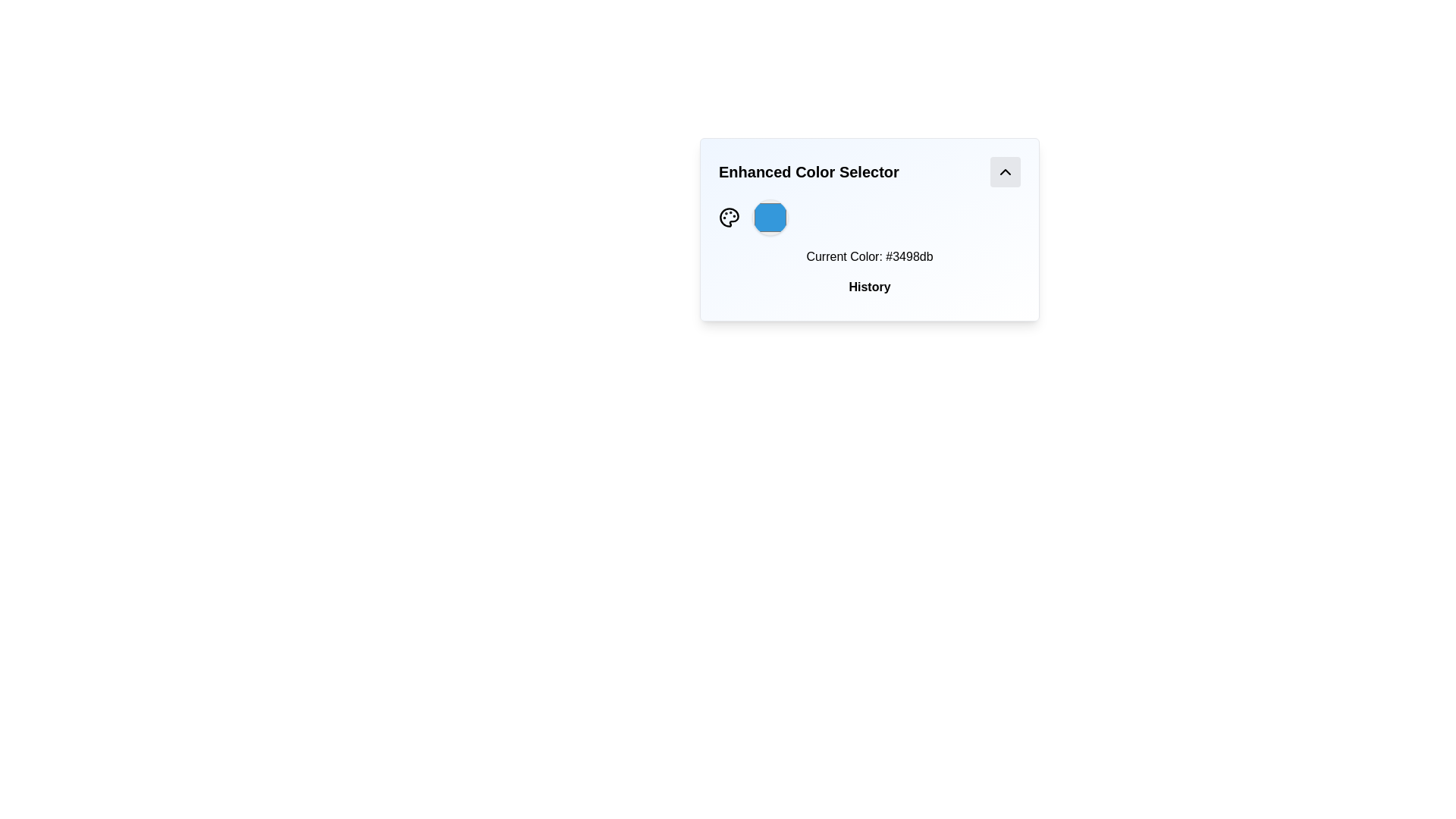 This screenshot has width=1456, height=819. I want to click on the toggle button located at the top-right corner of the 'Enhanced Color Selector' card, so click(1005, 171).